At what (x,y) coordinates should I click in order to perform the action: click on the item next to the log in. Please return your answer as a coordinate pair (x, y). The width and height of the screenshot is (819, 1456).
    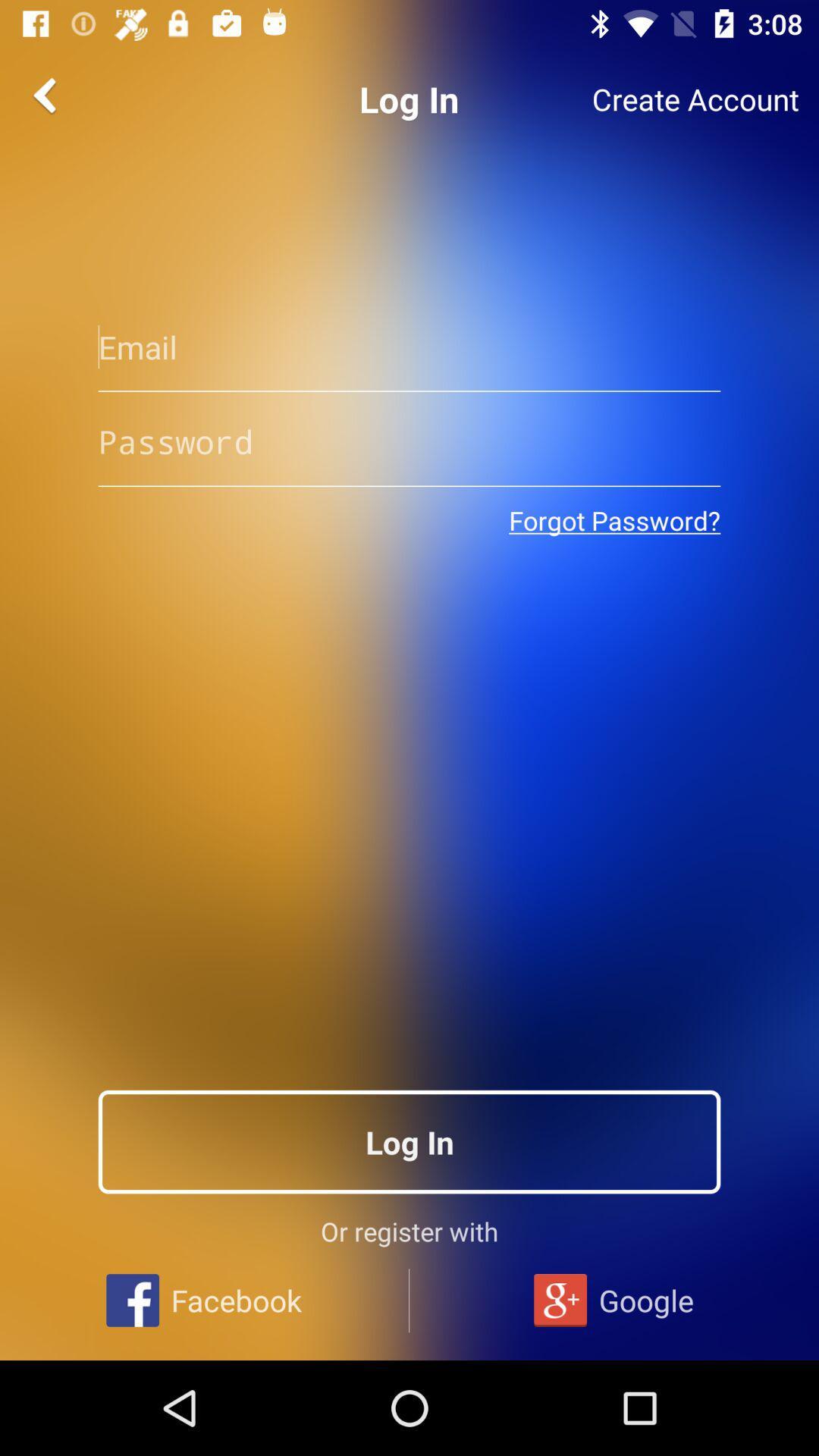
    Looking at the image, I should click on (46, 94).